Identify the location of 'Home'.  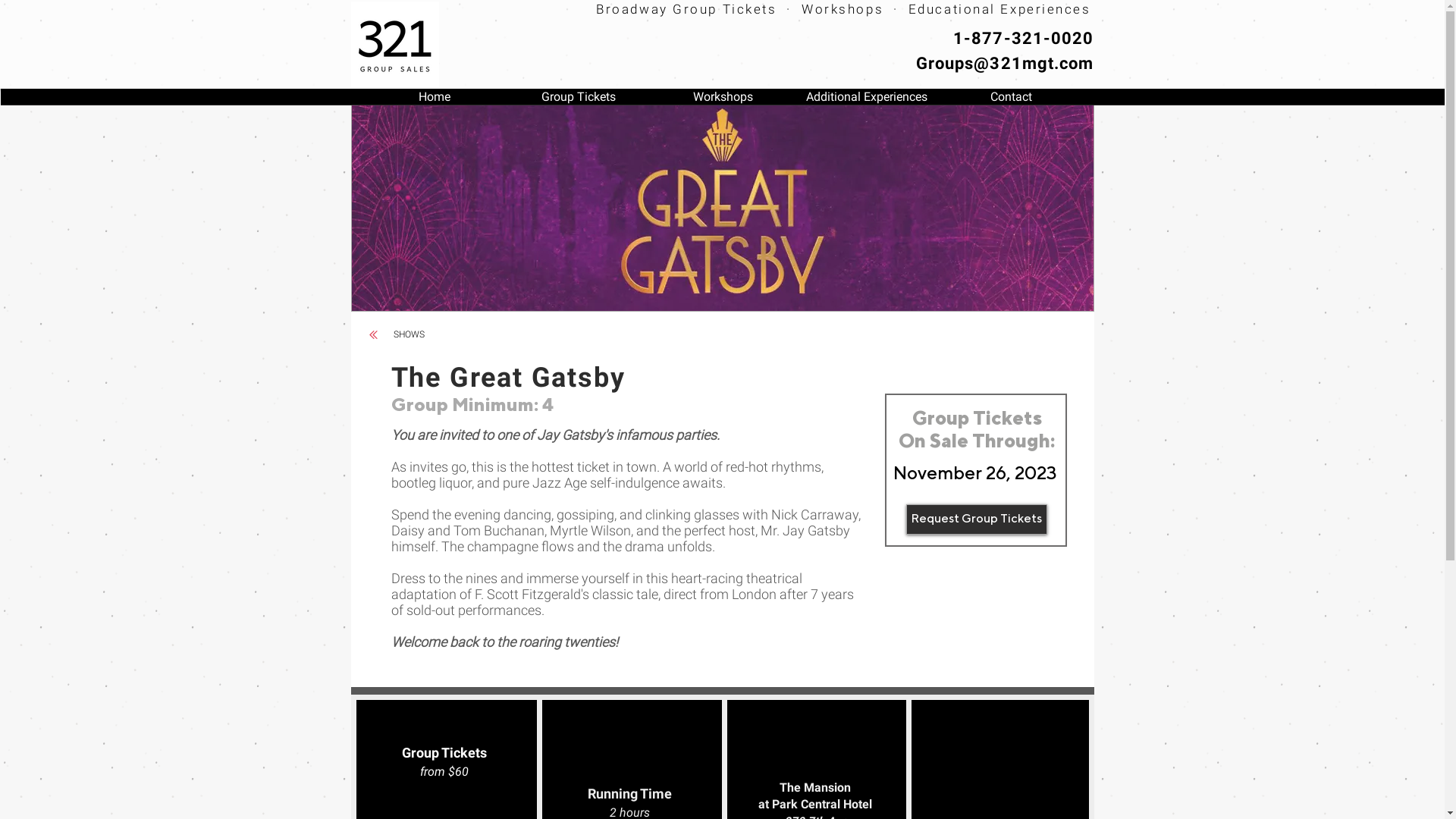
(433, 102).